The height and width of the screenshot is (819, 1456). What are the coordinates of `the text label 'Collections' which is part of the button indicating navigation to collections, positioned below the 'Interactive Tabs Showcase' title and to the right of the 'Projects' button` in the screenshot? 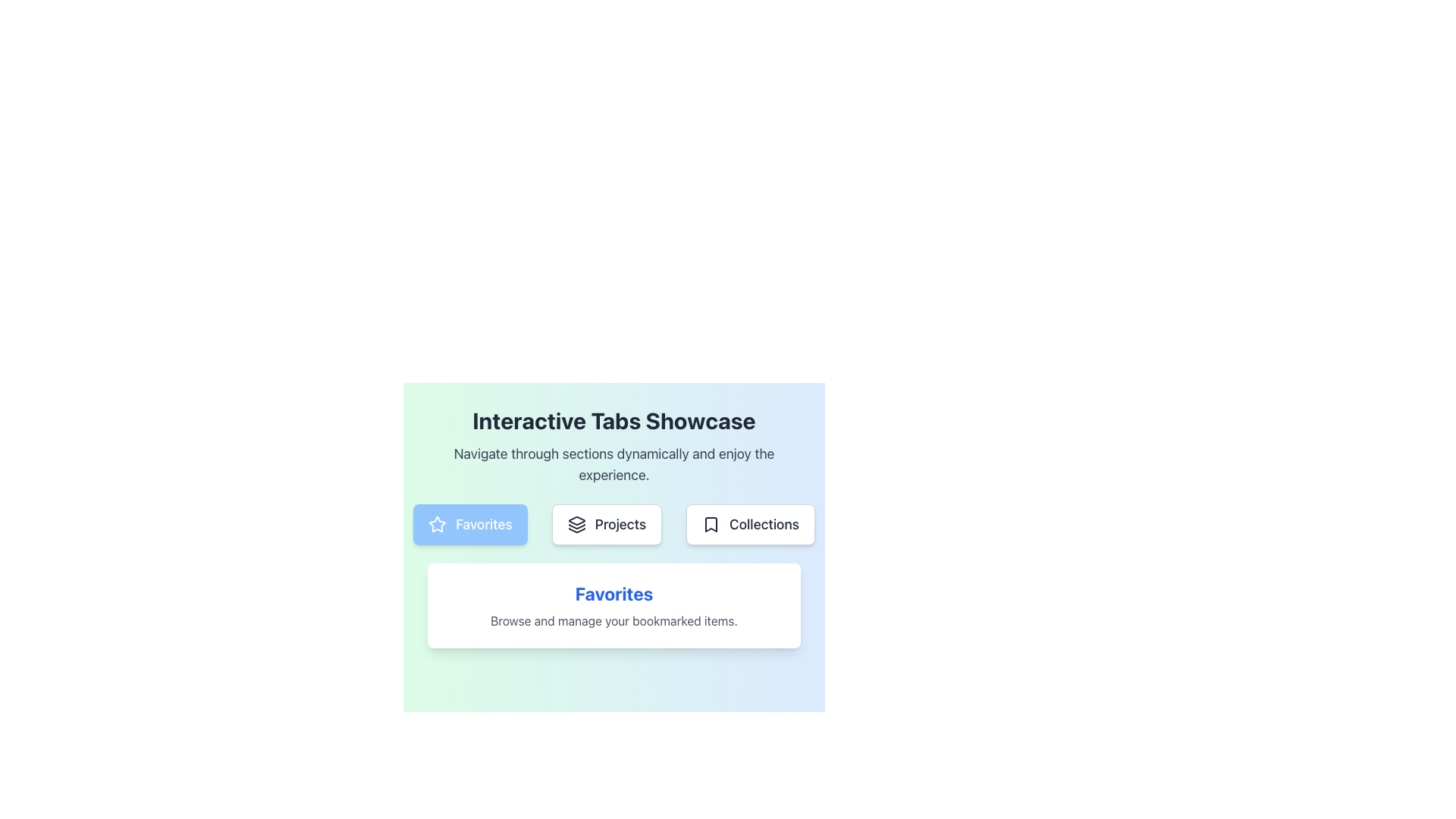 It's located at (764, 523).